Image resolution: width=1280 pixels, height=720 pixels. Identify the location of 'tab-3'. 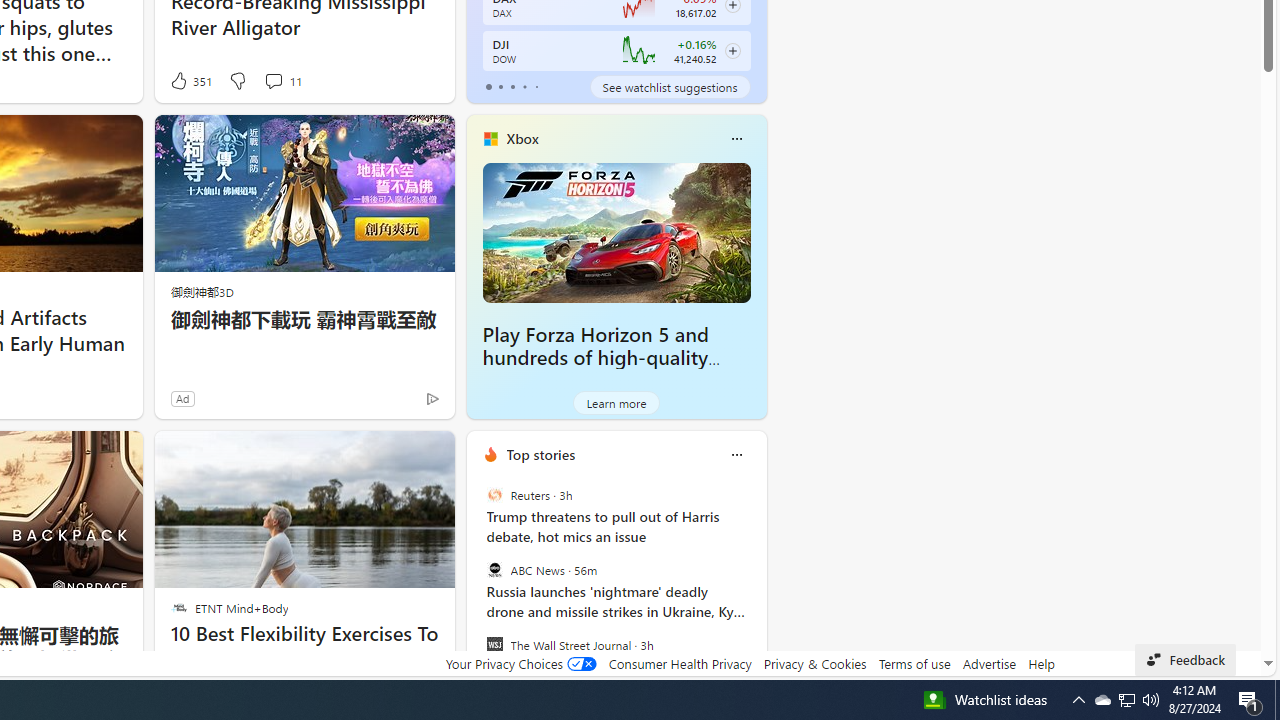
(524, 86).